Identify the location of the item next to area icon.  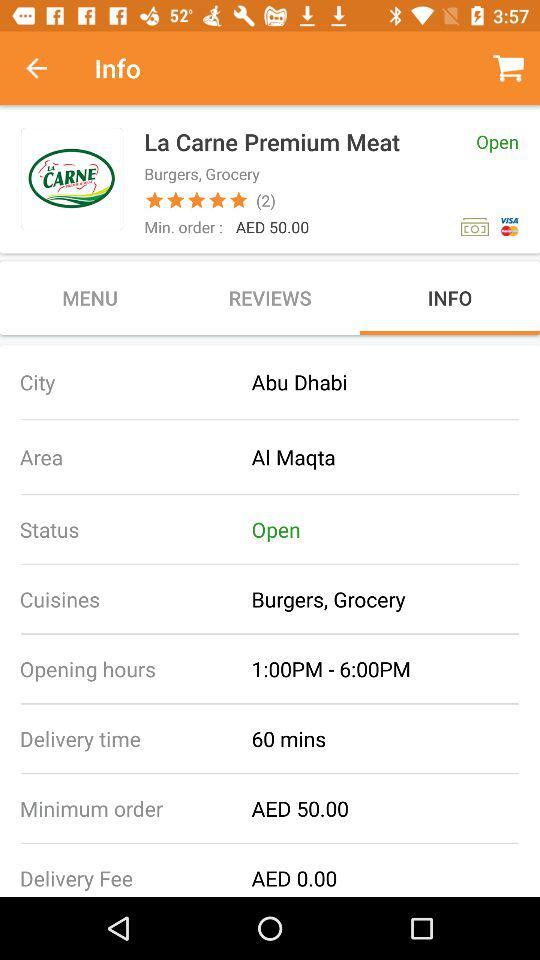
(395, 457).